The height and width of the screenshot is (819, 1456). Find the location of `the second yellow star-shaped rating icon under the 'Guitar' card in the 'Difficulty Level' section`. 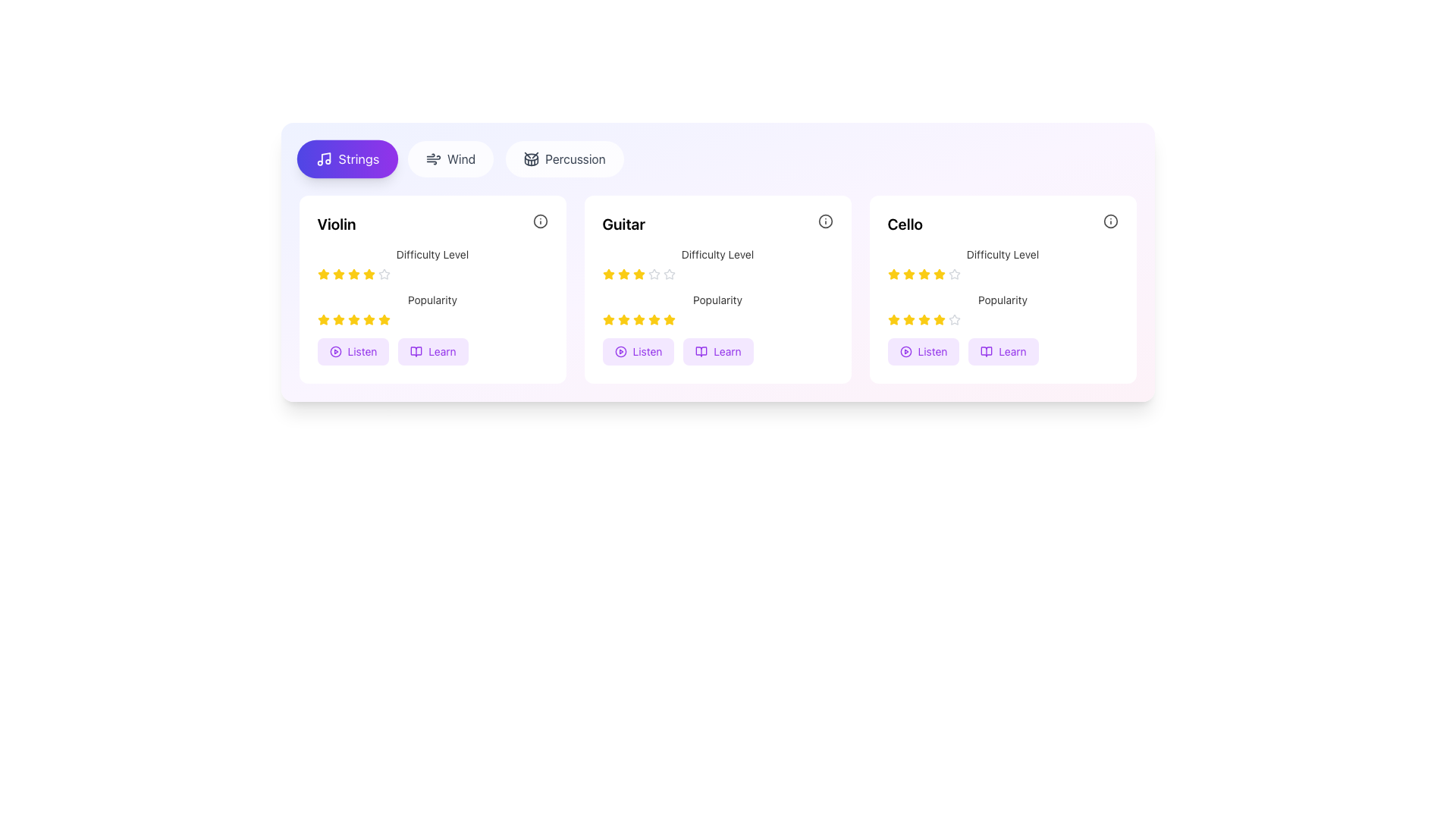

the second yellow star-shaped rating icon under the 'Guitar' card in the 'Difficulty Level' section is located at coordinates (623, 275).